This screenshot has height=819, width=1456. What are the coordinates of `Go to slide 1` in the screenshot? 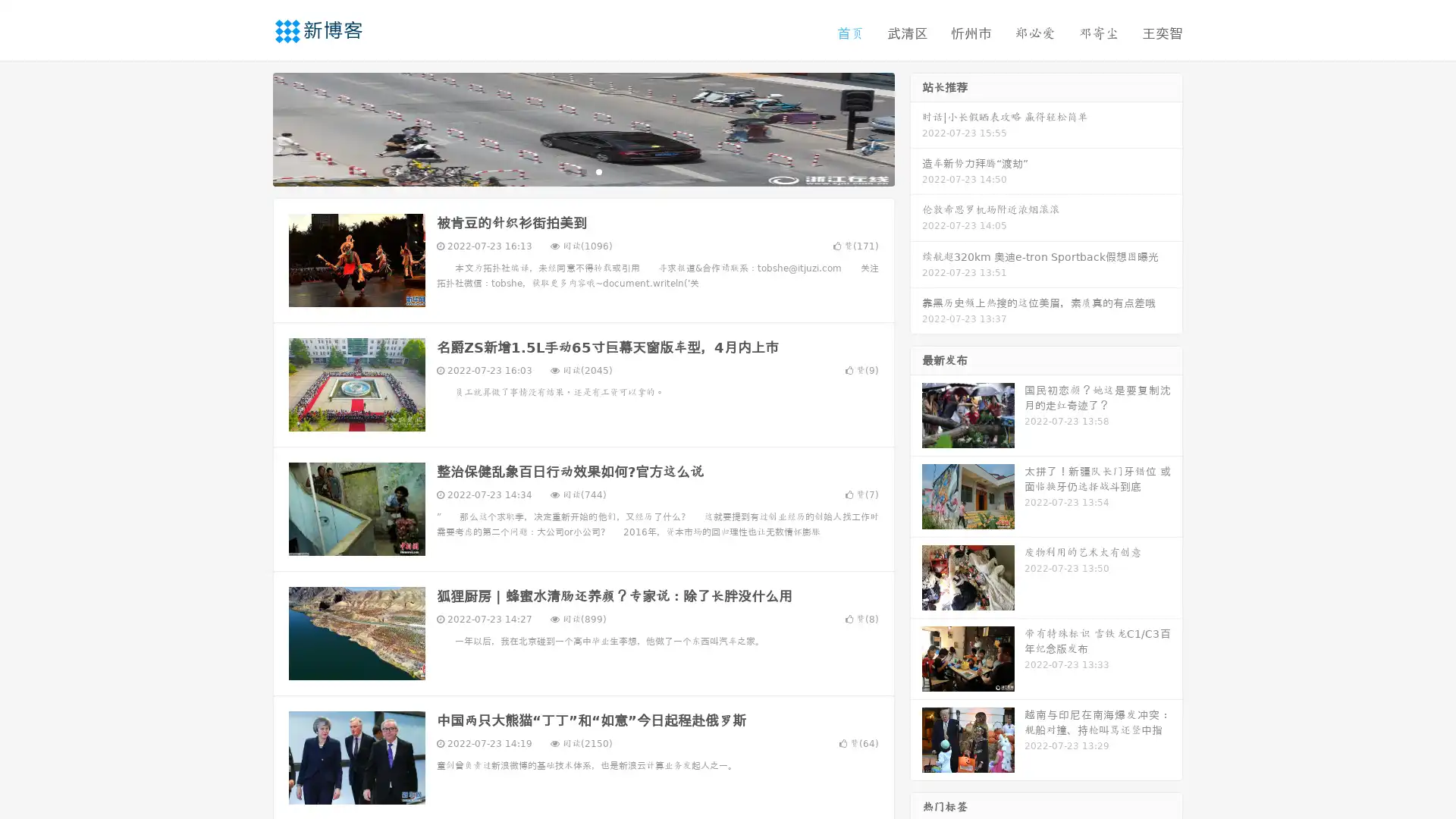 It's located at (567, 171).